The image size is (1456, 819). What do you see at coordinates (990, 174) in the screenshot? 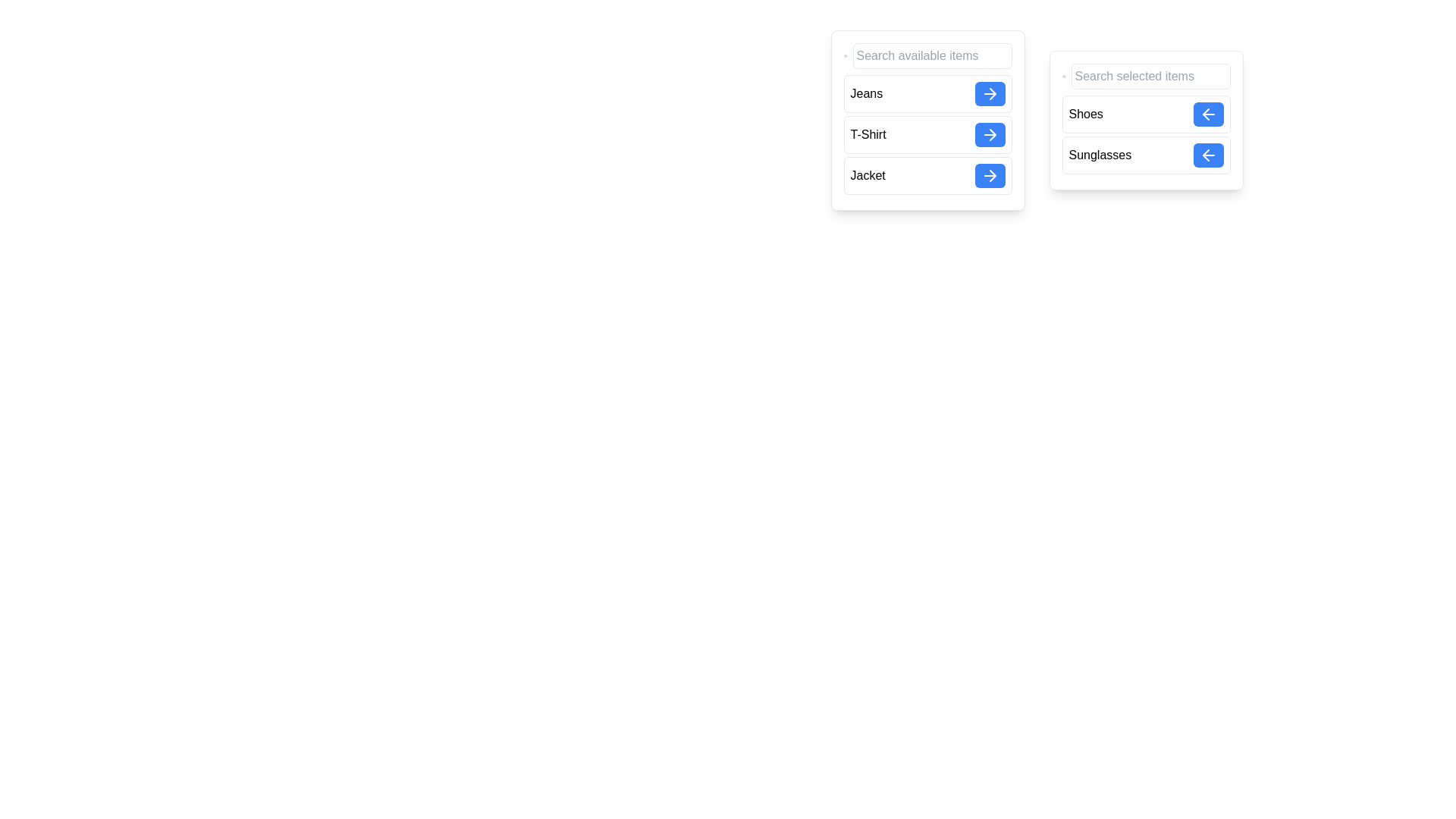
I see `the rightmost button in the row associated with the 'Jacket' item` at bounding box center [990, 174].